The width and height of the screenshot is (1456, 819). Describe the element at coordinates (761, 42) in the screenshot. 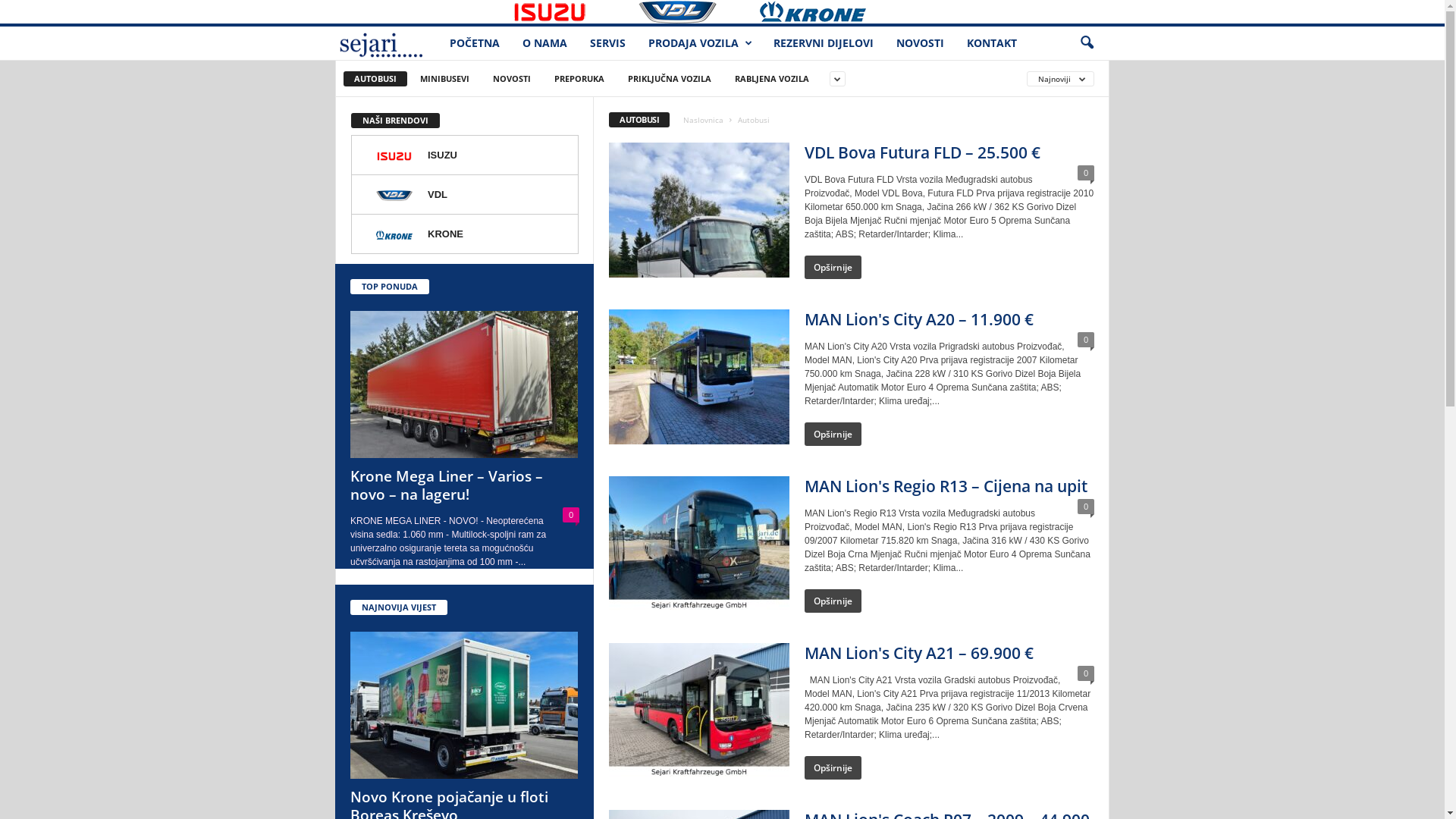

I see `'REZERVNI DIJELOVI'` at that location.